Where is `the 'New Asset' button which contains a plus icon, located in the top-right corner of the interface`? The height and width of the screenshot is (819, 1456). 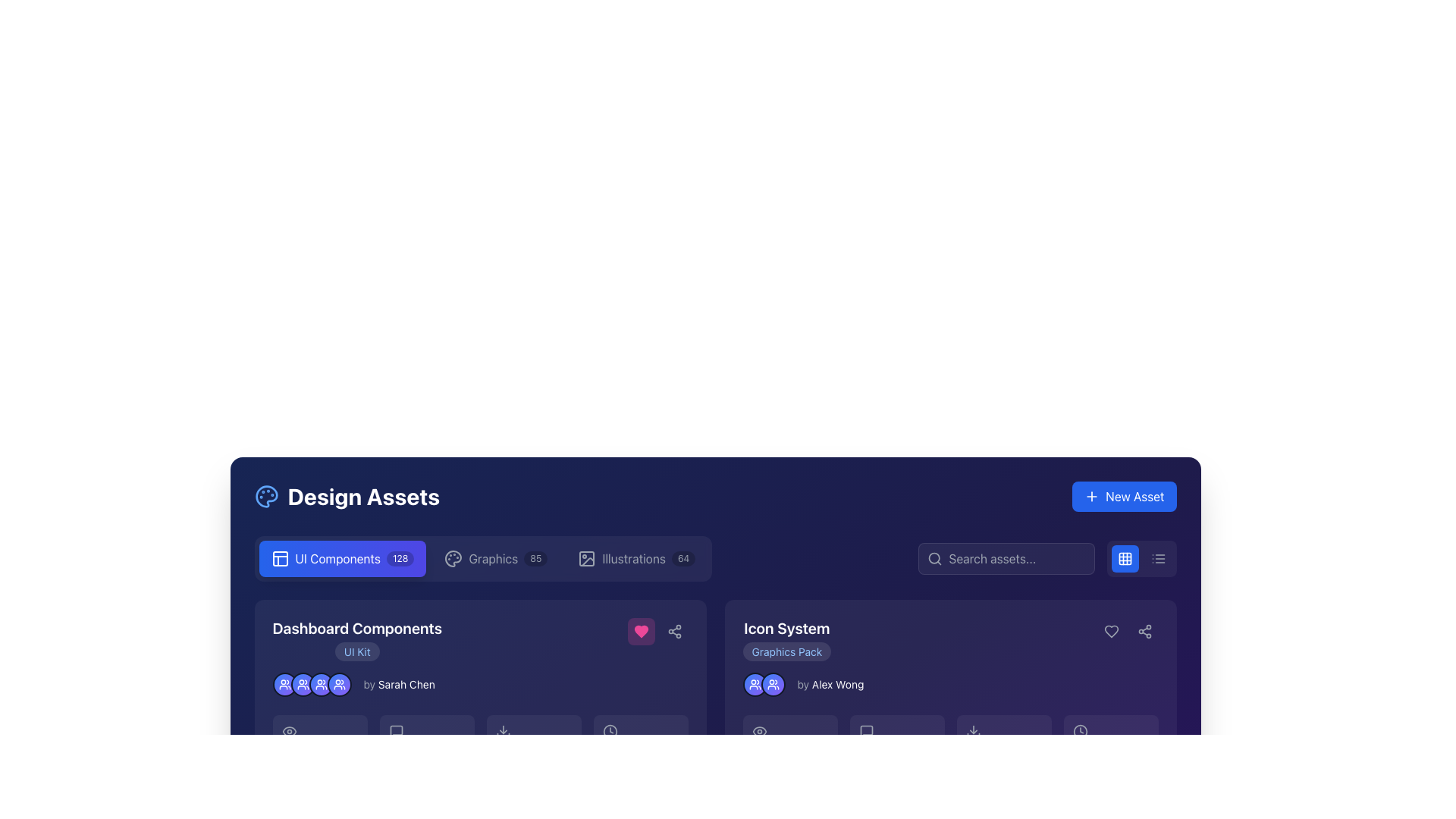 the 'New Asset' button which contains a plus icon, located in the top-right corner of the interface is located at coordinates (1092, 497).